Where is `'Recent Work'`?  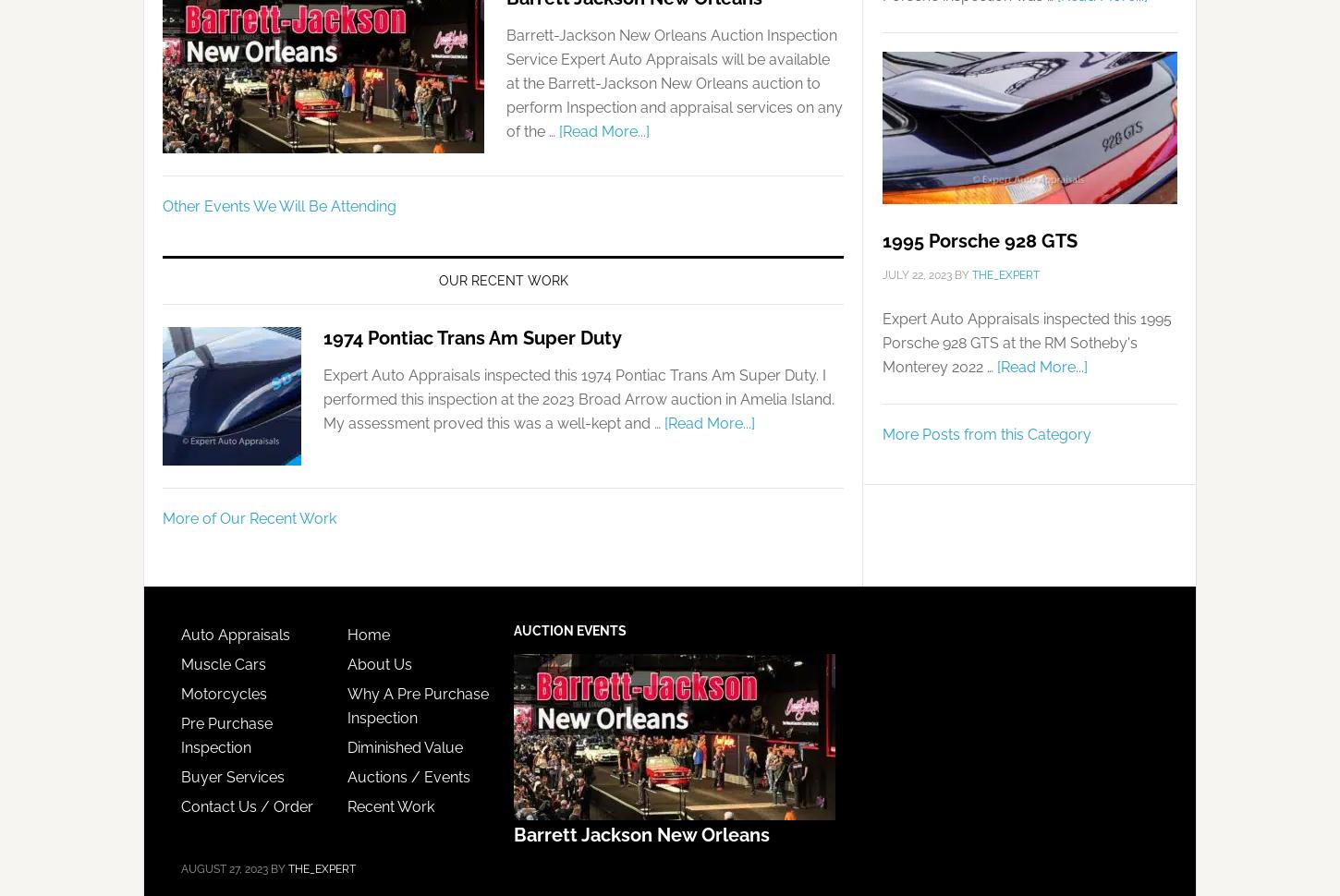 'Recent Work' is located at coordinates (346, 805).